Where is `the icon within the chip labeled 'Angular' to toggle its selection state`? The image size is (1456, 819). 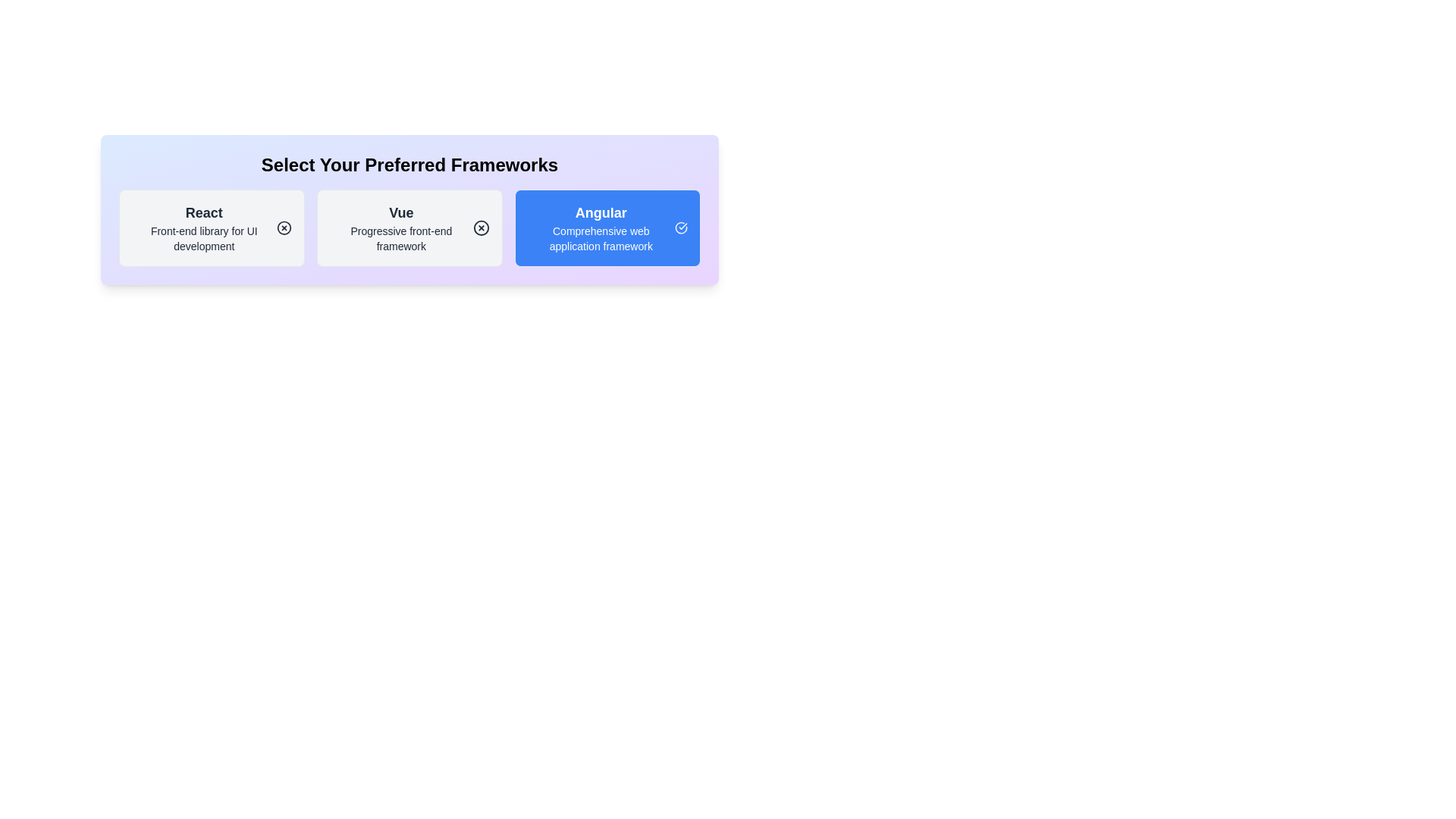 the icon within the chip labeled 'Angular' to toggle its selection state is located at coordinates (680, 227).